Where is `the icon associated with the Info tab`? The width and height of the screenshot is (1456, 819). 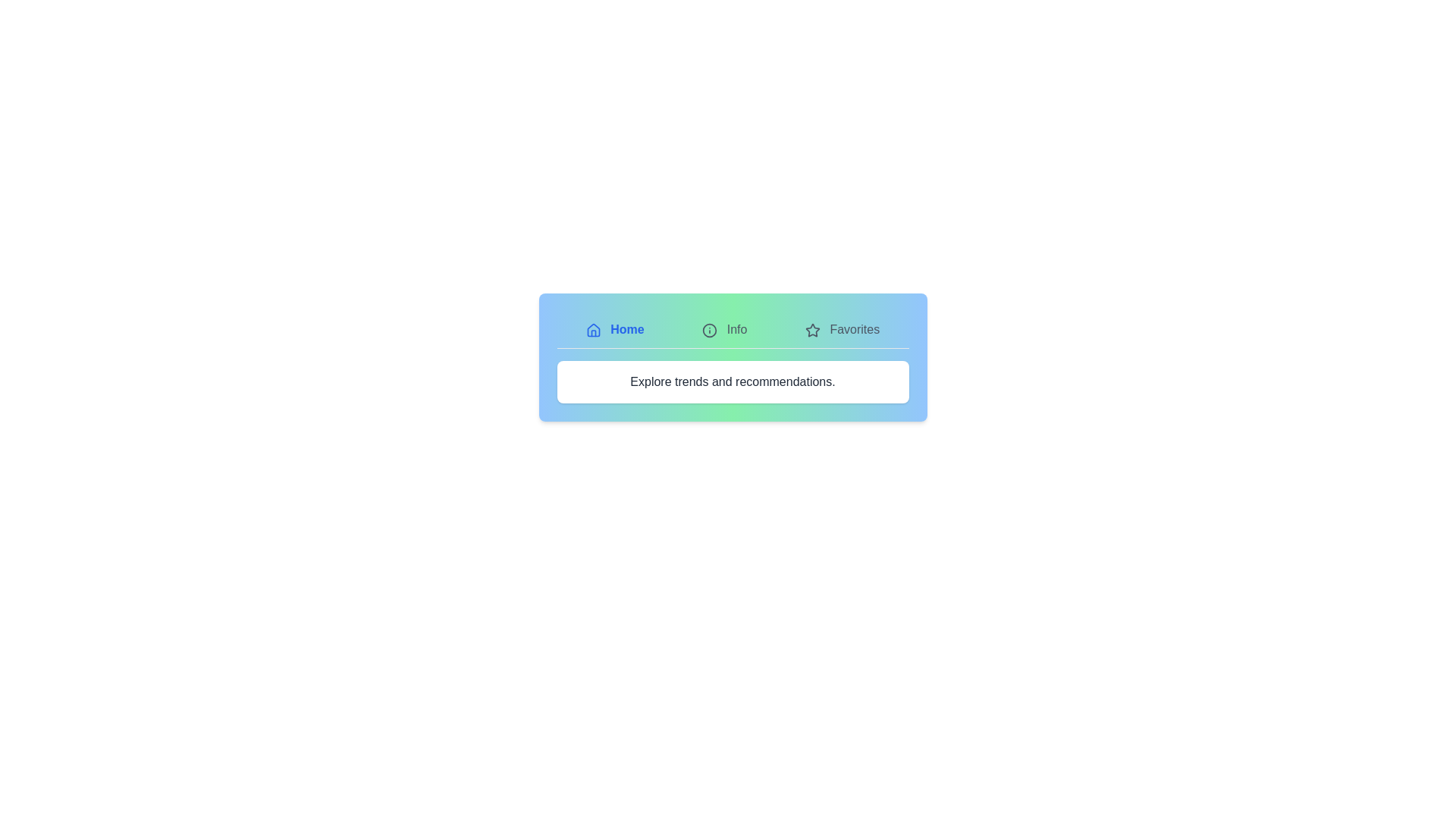
the icon associated with the Info tab is located at coordinates (709, 329).